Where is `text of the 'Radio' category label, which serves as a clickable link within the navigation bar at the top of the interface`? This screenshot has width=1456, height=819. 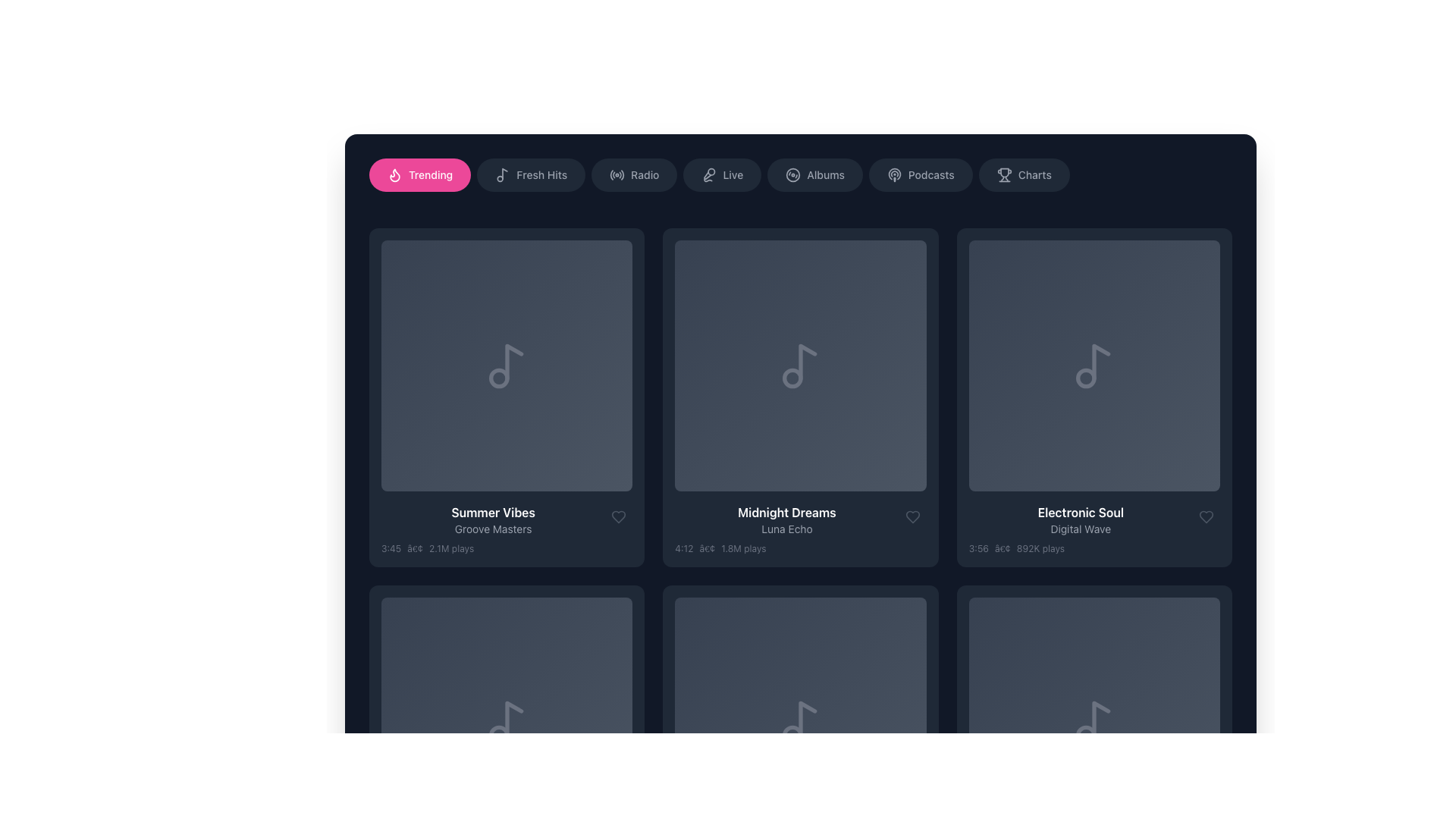
text of the 'Radio' category label, which serves as a clickable link within the navigation bar at the top of the interface is located at coordinates (645, 174).